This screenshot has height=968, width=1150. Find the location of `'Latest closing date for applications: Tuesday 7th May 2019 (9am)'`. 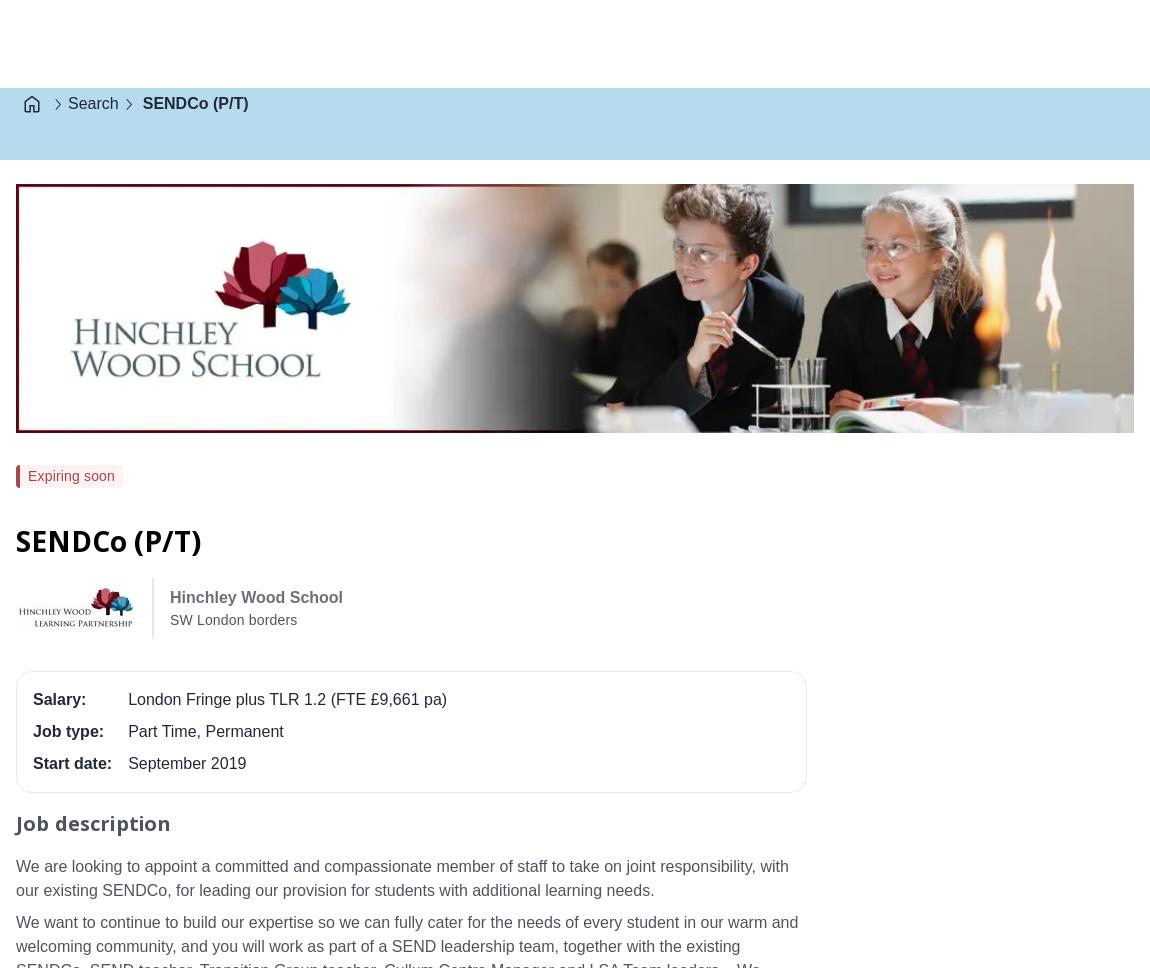

'Latest closing date for applications: Tuesday 7th May 2019 (9am)' is located at coordinates (261, 98).